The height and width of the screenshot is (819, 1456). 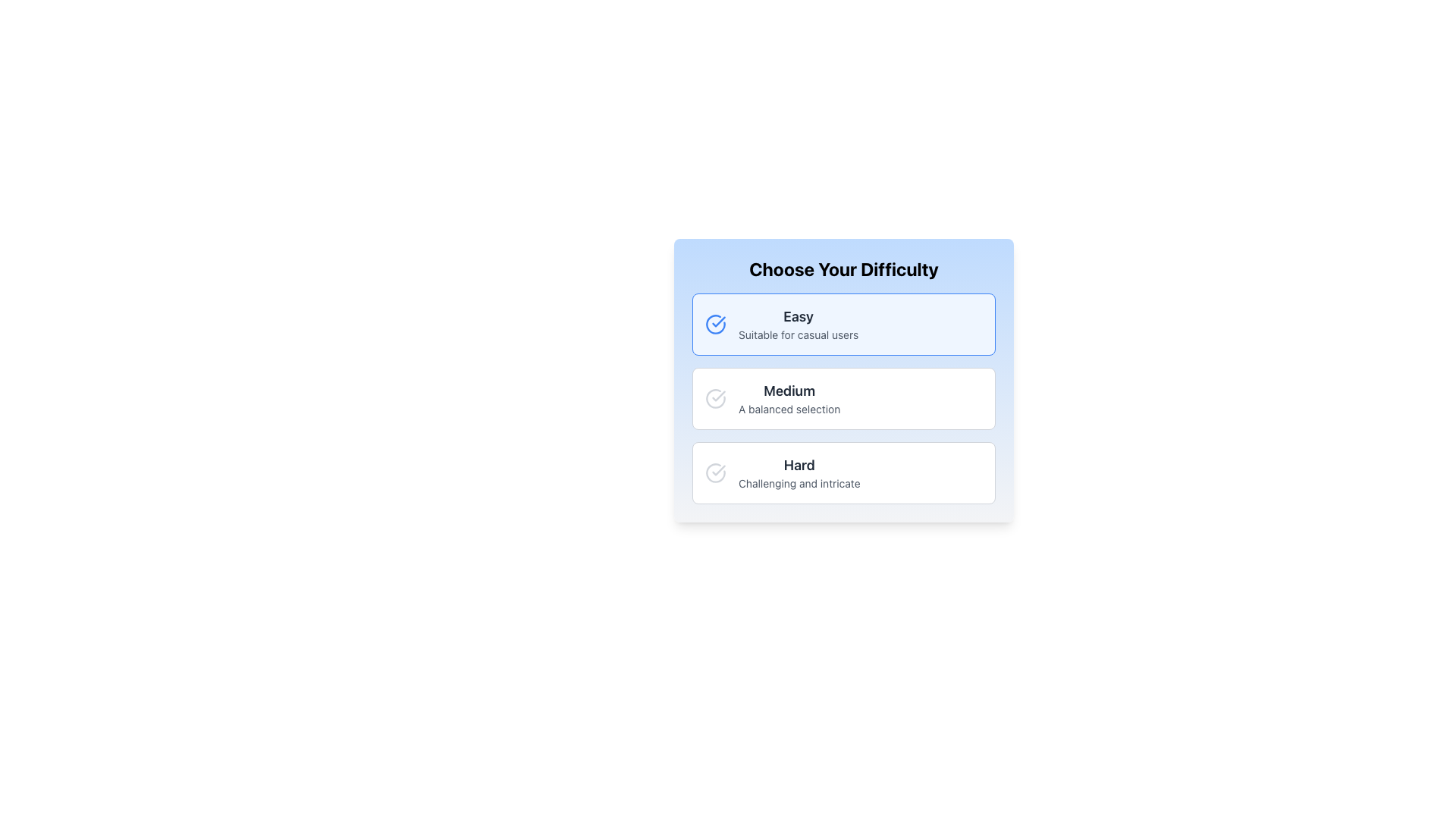 I want to click on the circular icon with a checkmark that represents the 'Easy' option, so click(x=715, y=324).